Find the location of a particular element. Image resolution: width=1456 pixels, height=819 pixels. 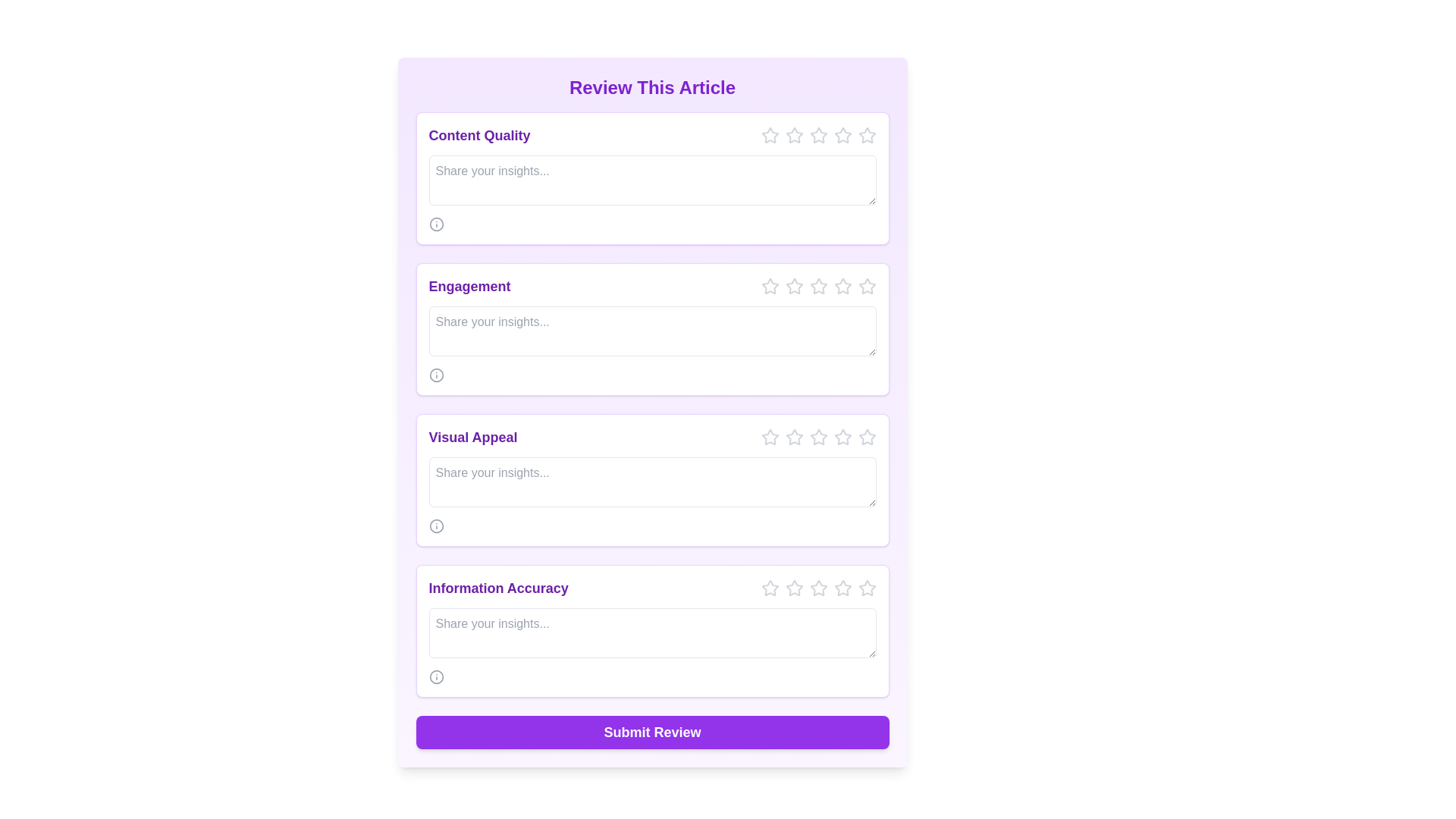

the fifth star icon in the 'Visual Appeal' rating section to set a rating is located at coordinates (841, 436).